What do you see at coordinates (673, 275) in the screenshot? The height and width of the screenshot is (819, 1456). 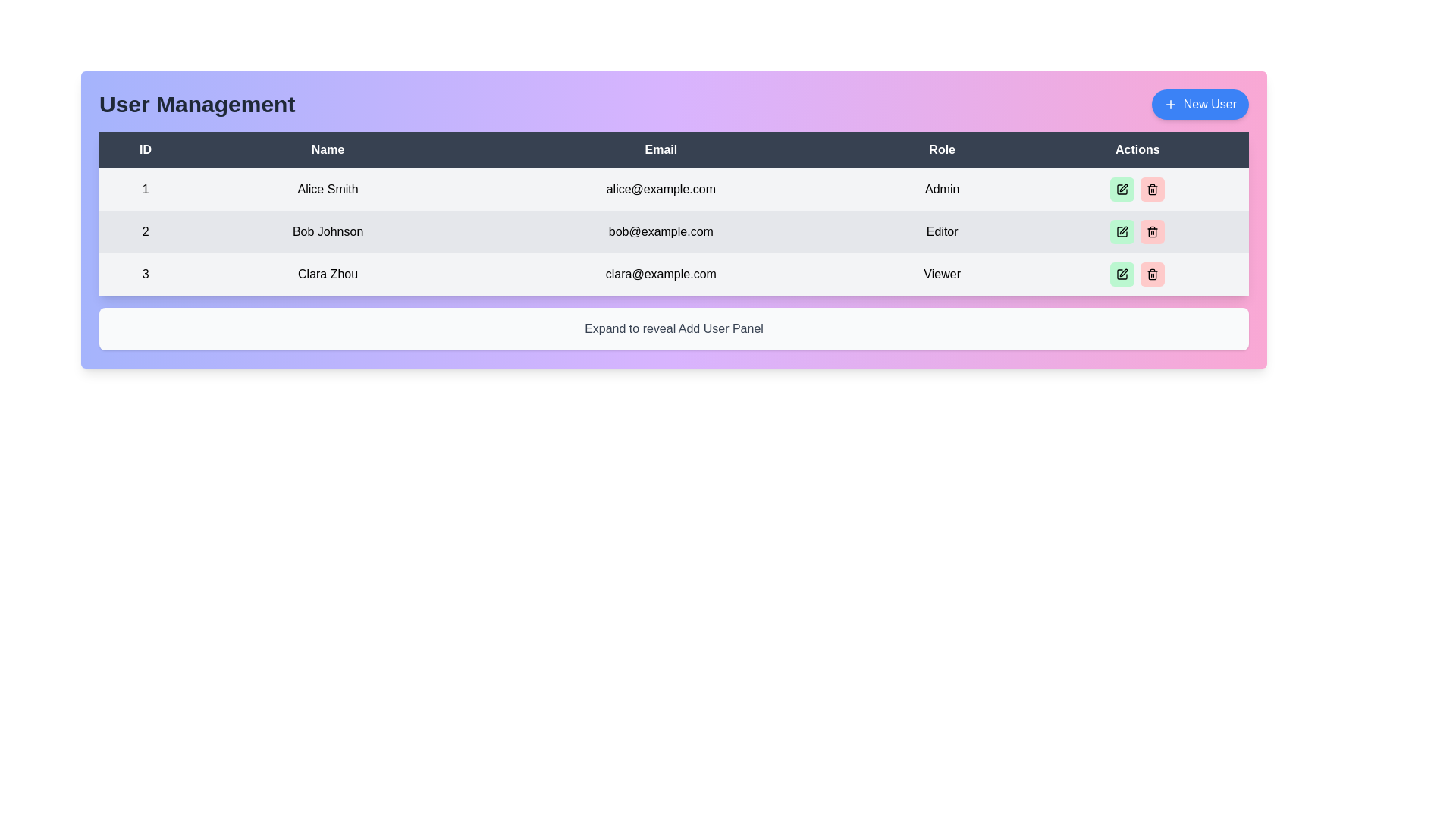 I see `the table row displaying user details for ID number 3, which includes the name 'Clara Zhou', email 'clara@example.com', and role 'Viewer'` at bounding box center [673, 275].